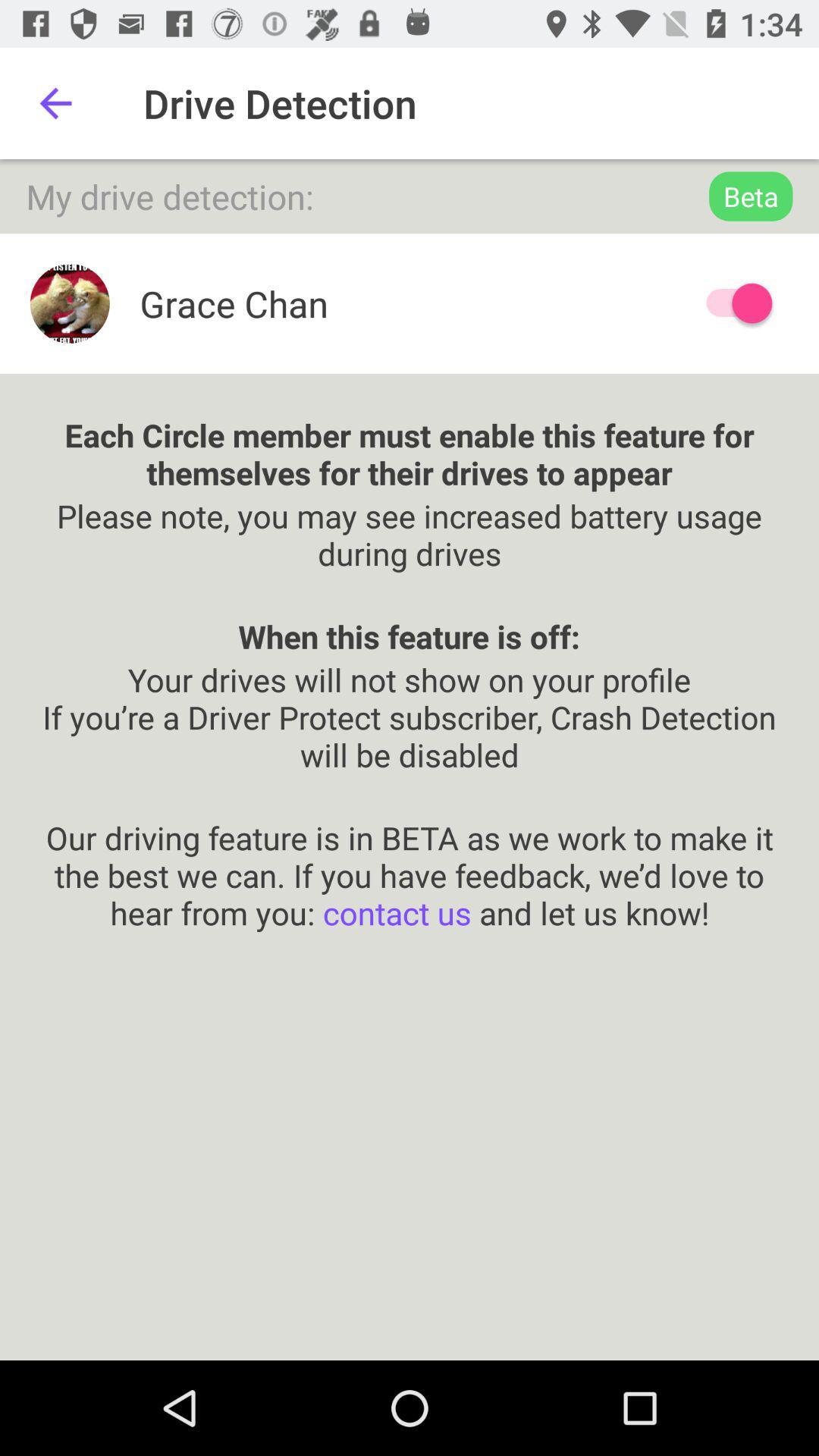 The image size is (819, 1456). I want to click on the icon next to the drive detection icon, so click(55, 102).